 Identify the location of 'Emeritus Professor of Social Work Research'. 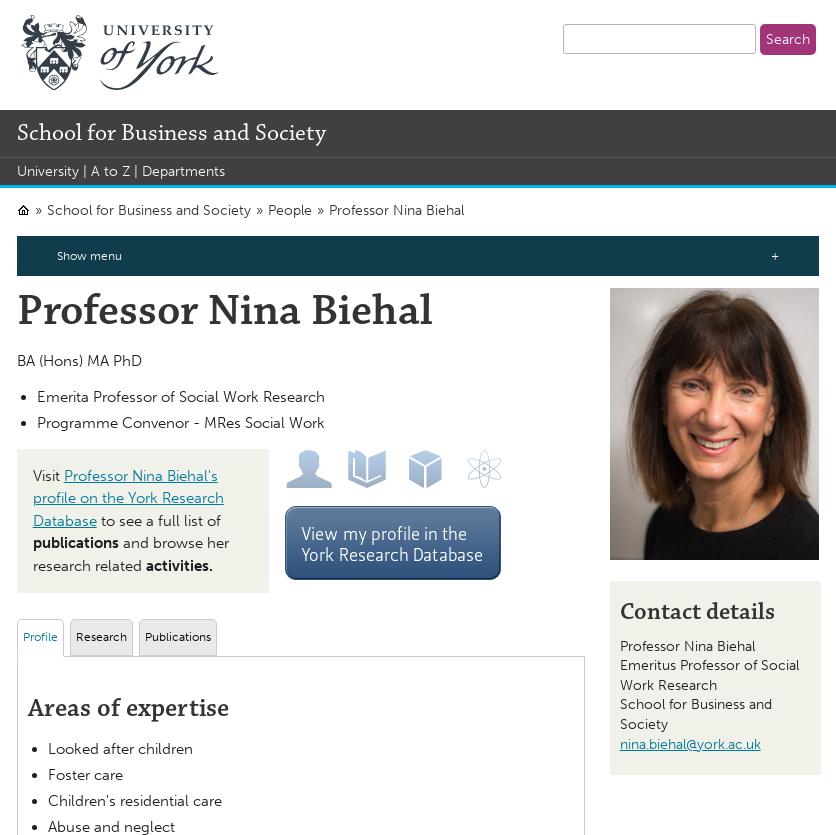
(708, 675).